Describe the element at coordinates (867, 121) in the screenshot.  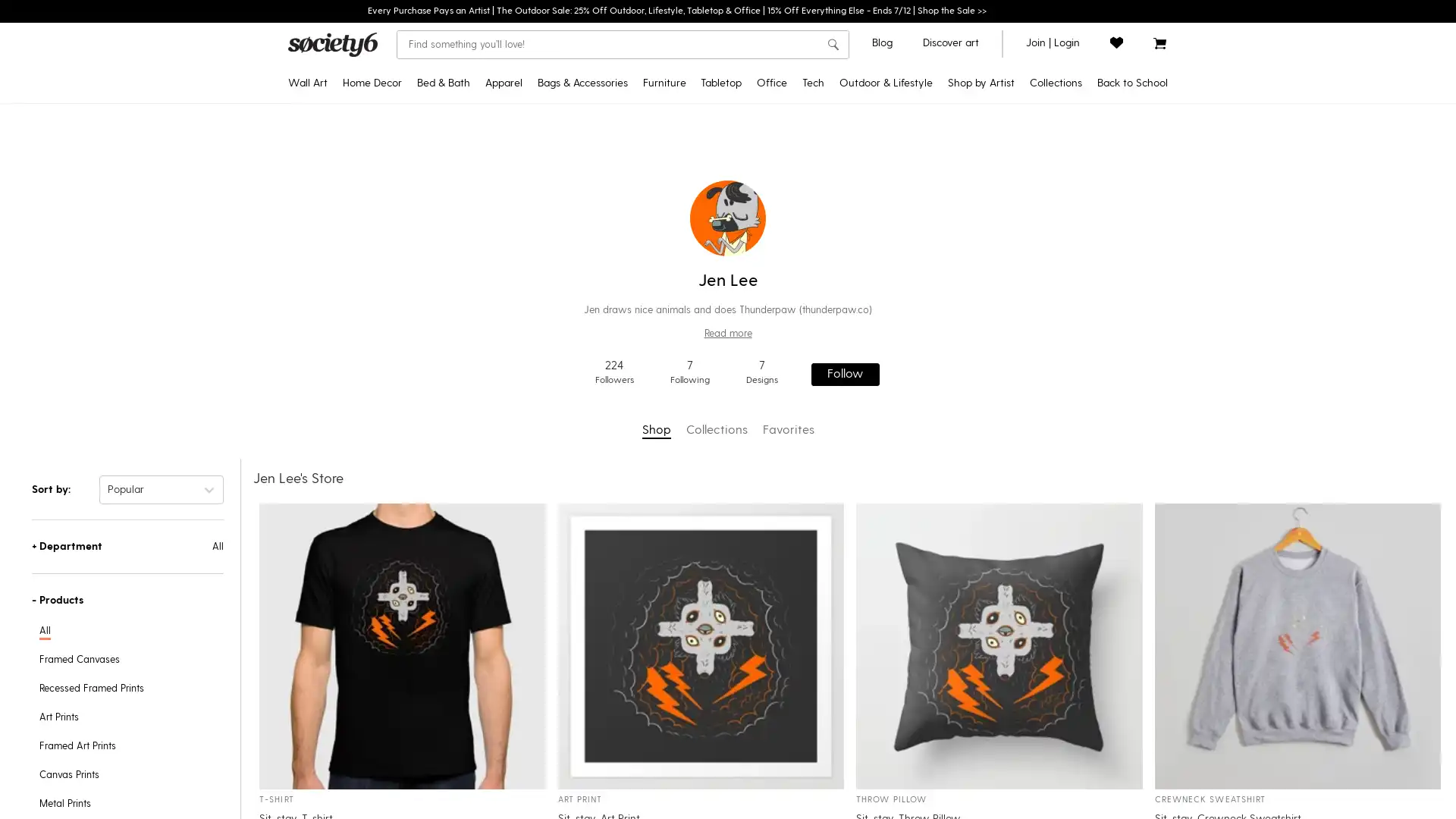
I see `iPhone Cases` at that location.